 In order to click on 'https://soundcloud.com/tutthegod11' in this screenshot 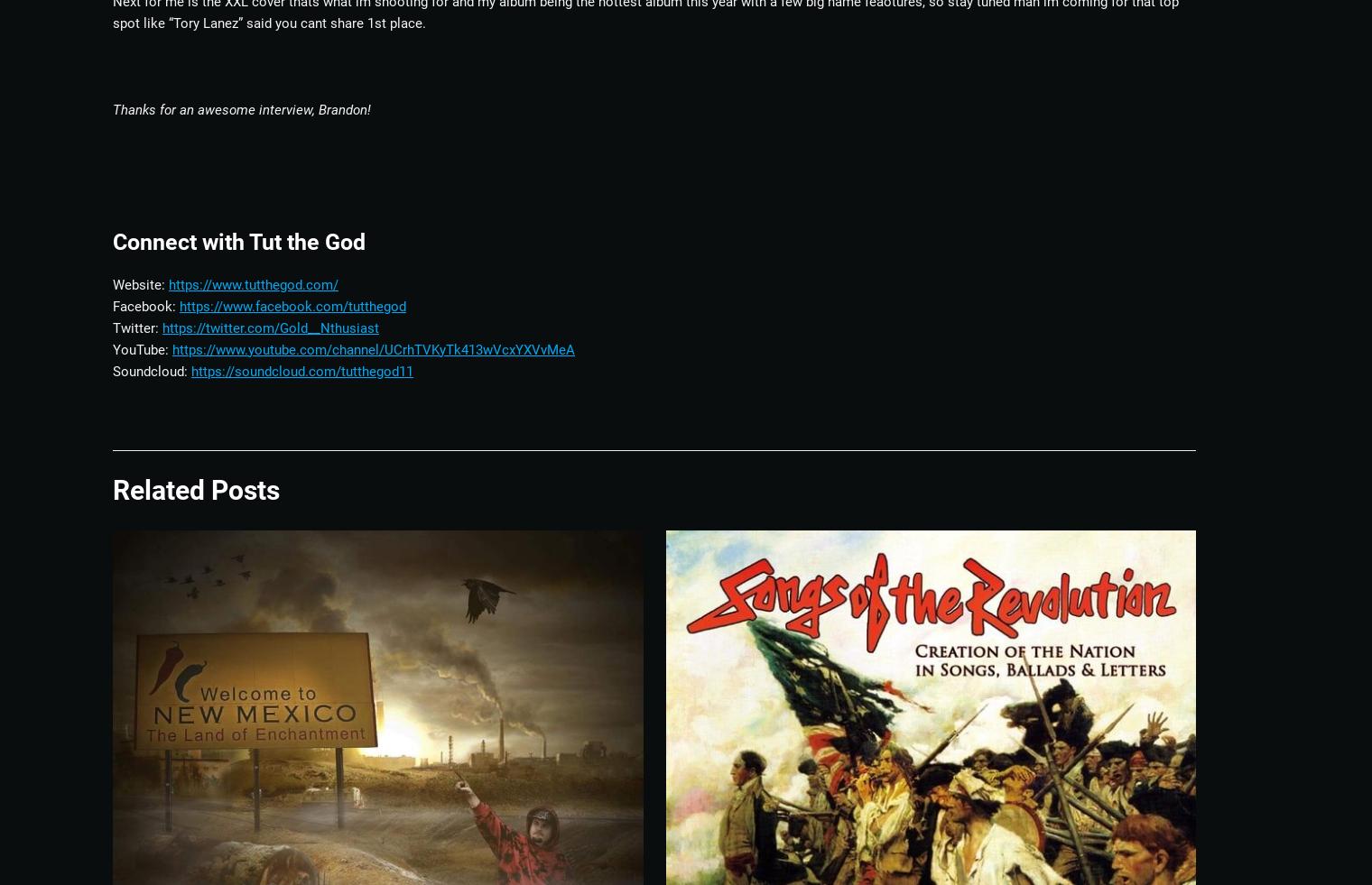, I will do `click(302, 370)`.